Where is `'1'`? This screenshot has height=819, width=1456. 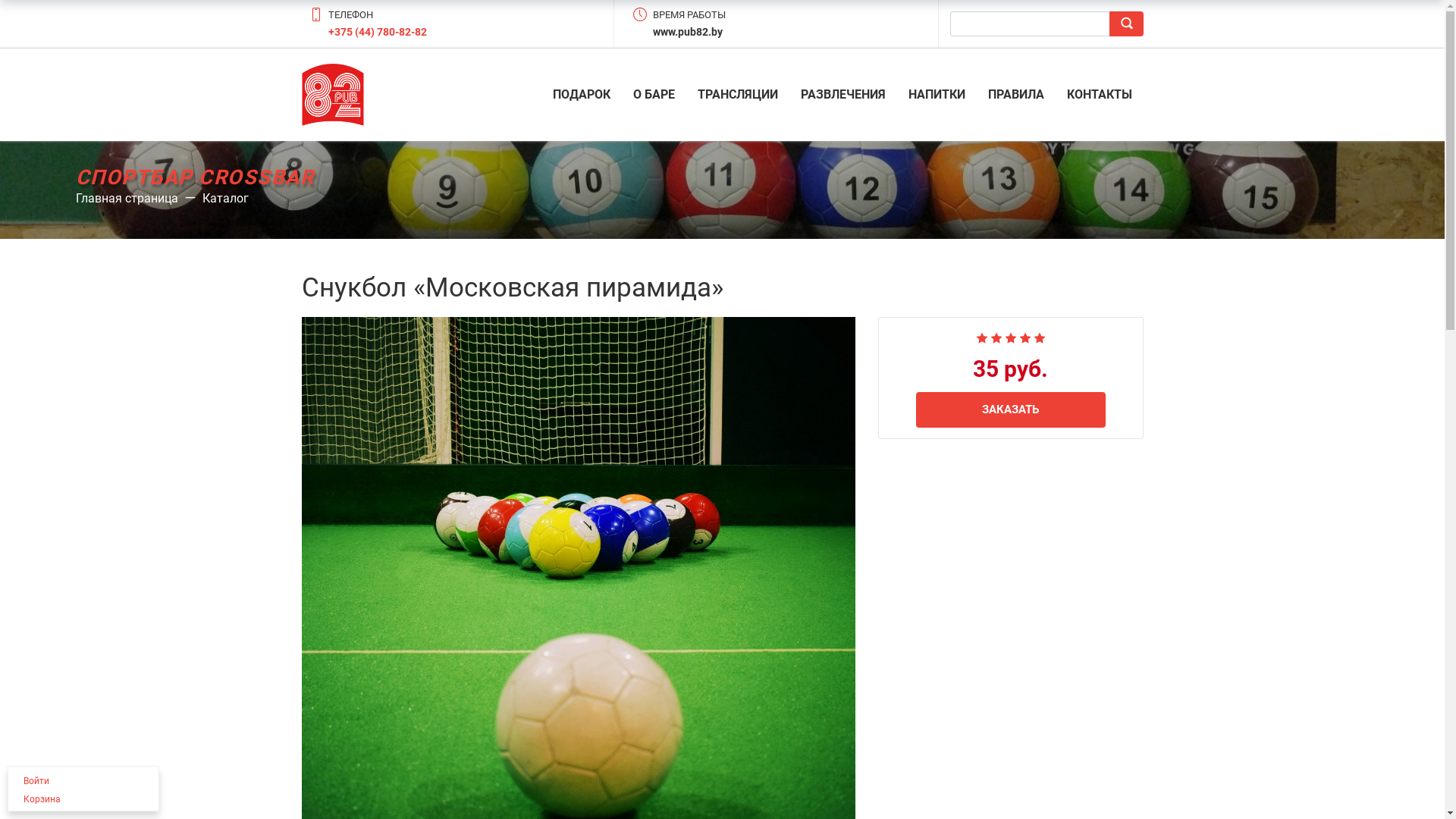 '1' is located at coordinates (975, 335).